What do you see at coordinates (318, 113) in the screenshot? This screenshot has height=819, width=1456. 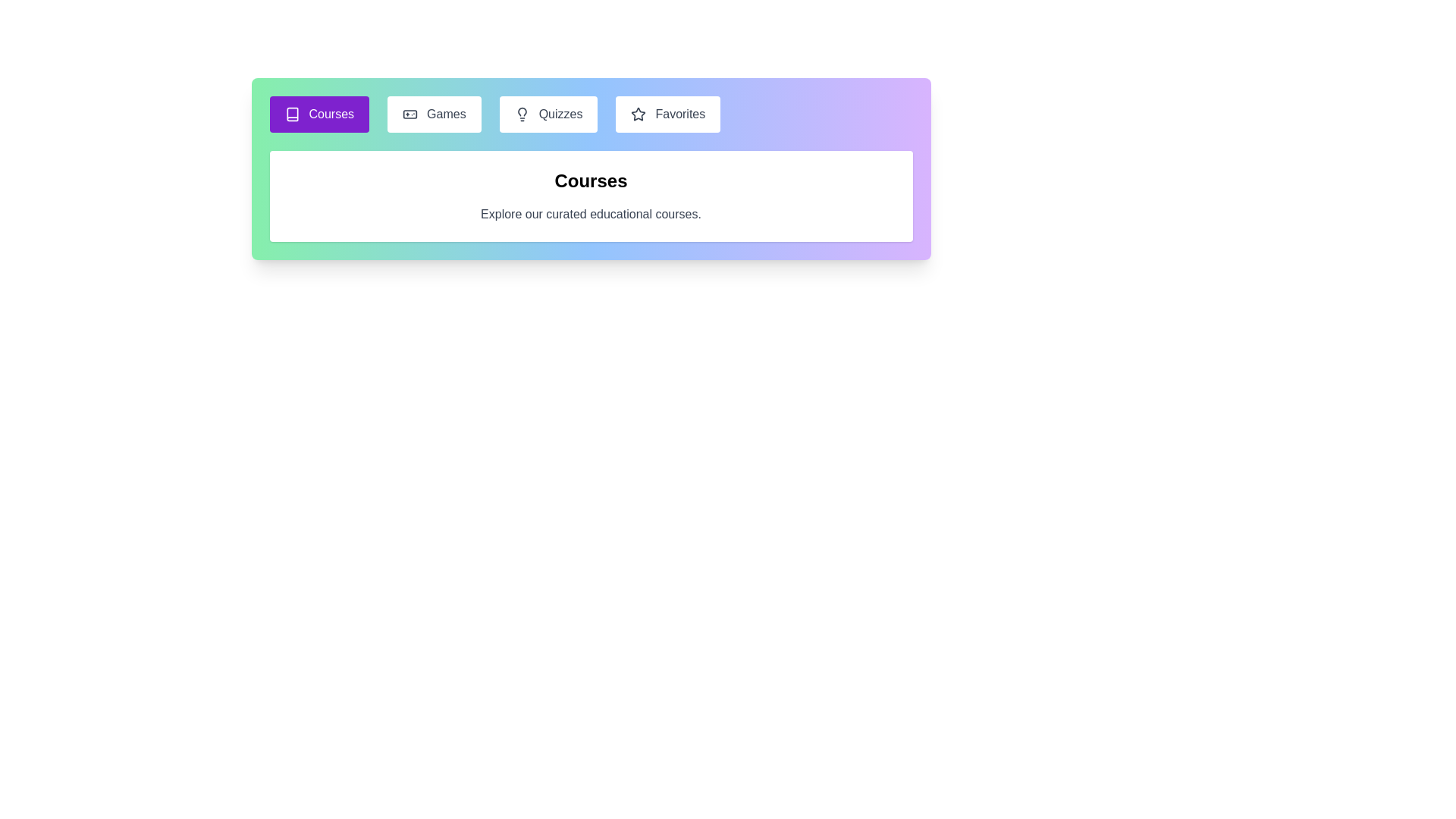 I see `the tab labeled Courses` at bounding box center [318, 113].